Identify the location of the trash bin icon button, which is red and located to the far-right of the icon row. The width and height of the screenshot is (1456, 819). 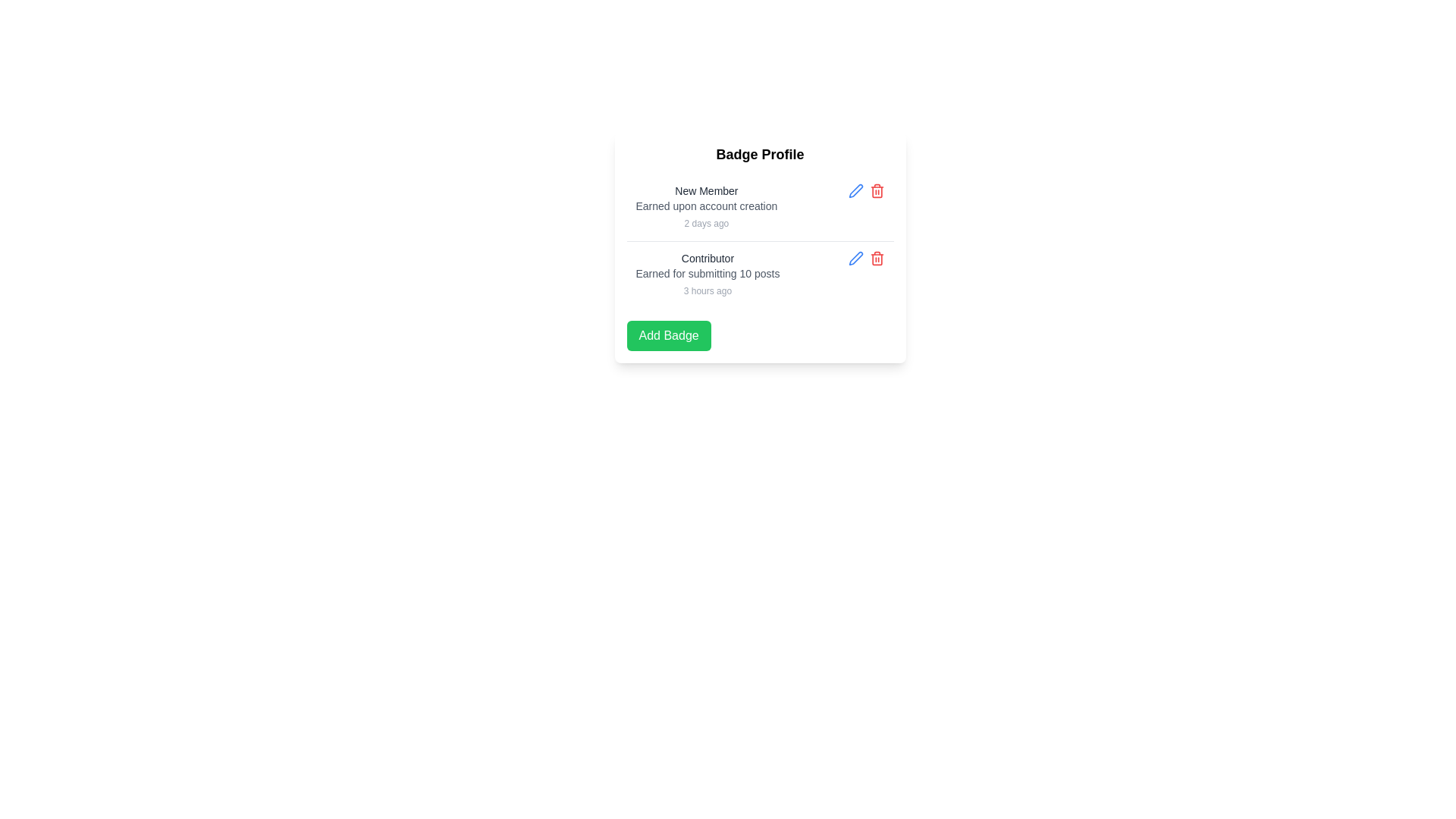
(877, 190).